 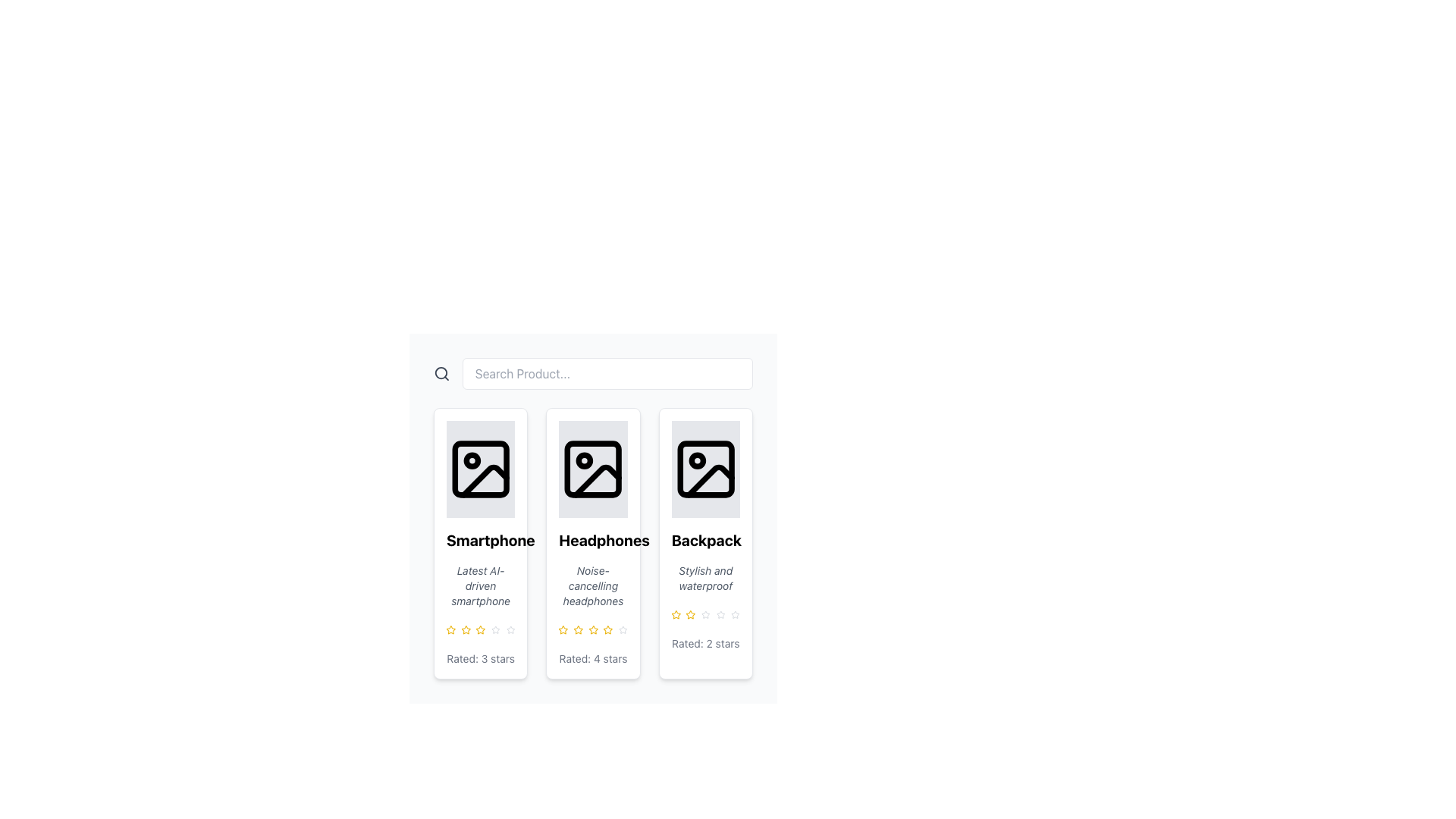 What do you see at coordinates (592, 540) in the screenshot?
I see `text label that serves as the title for the product presented in the second product card, located near the center underneath the product icon and above the description 'Noise-cancelling headphones'` at bounding box center [592, 540].